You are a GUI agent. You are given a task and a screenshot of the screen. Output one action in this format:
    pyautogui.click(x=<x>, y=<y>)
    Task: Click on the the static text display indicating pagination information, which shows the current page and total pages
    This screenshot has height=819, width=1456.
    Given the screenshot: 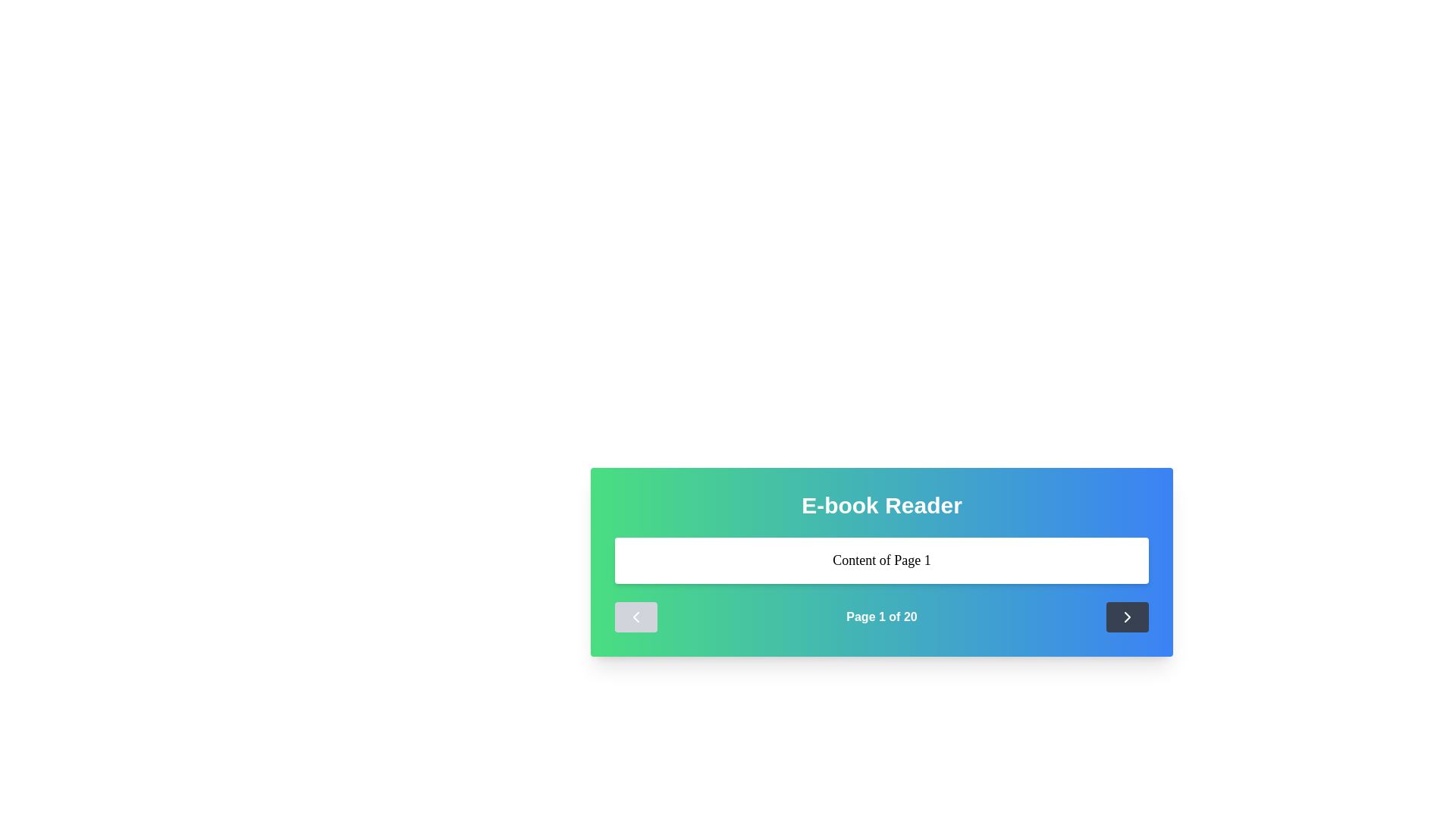 What is the action you would take?
    pyautogui.click(x=881, y=617)
    